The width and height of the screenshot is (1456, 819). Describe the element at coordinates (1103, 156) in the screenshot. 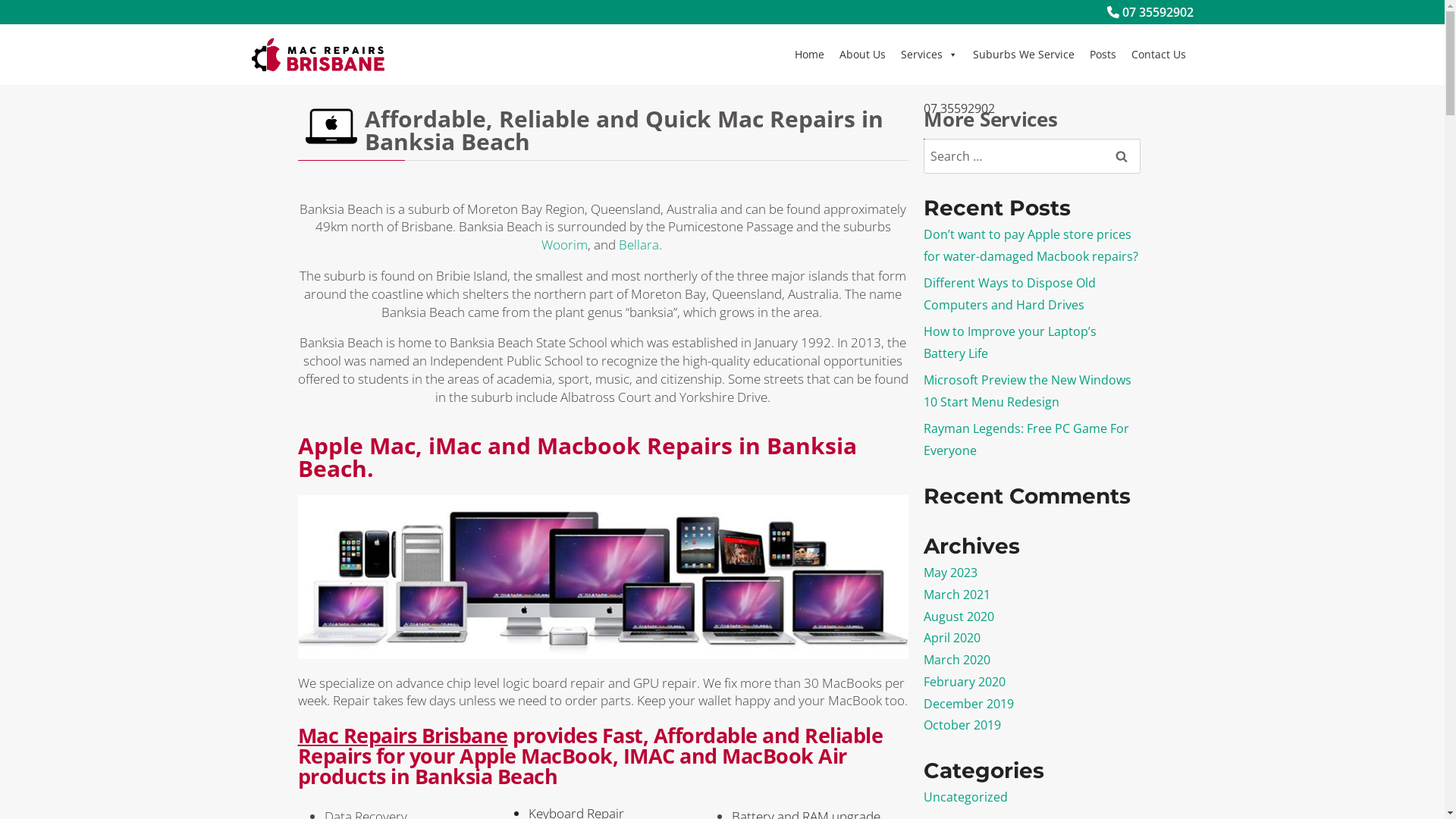

I see `'Search'` at that location.